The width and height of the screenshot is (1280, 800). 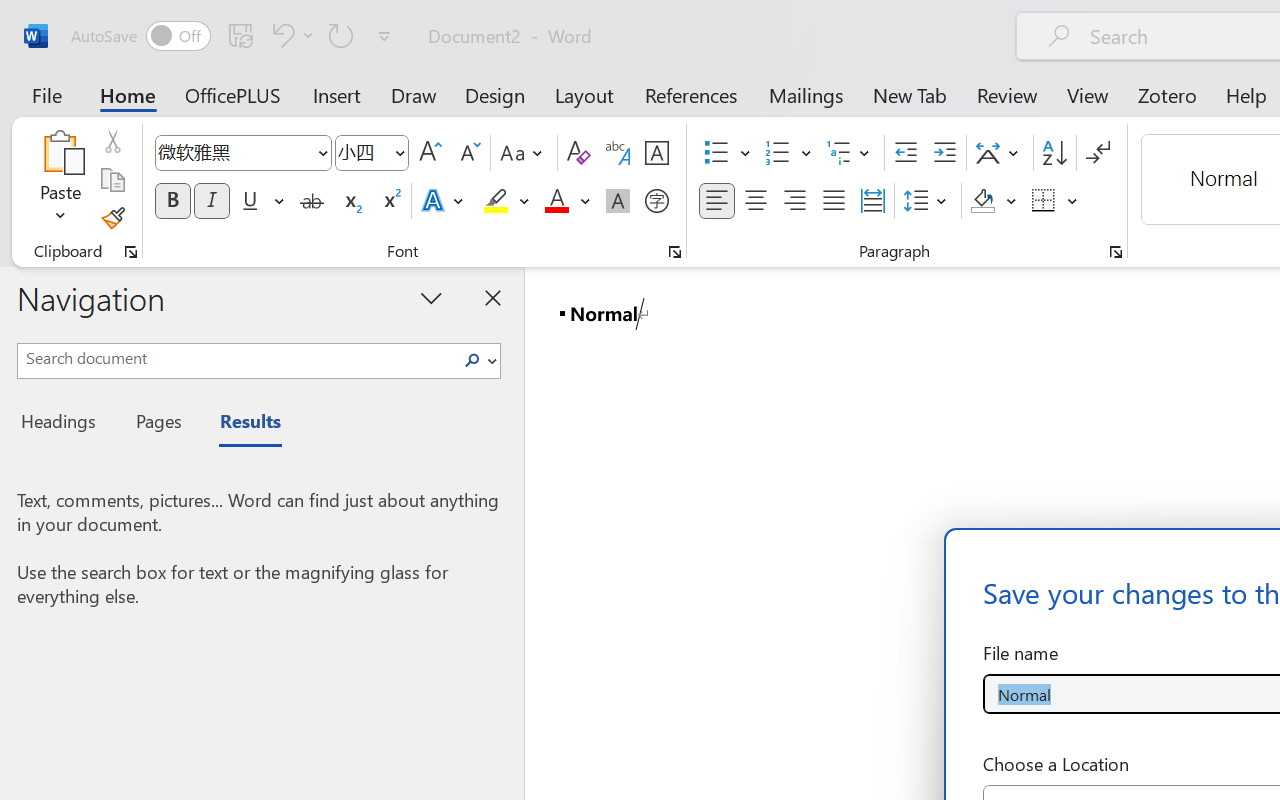 I want to click on 'Review', so click(x=1007, y=94).